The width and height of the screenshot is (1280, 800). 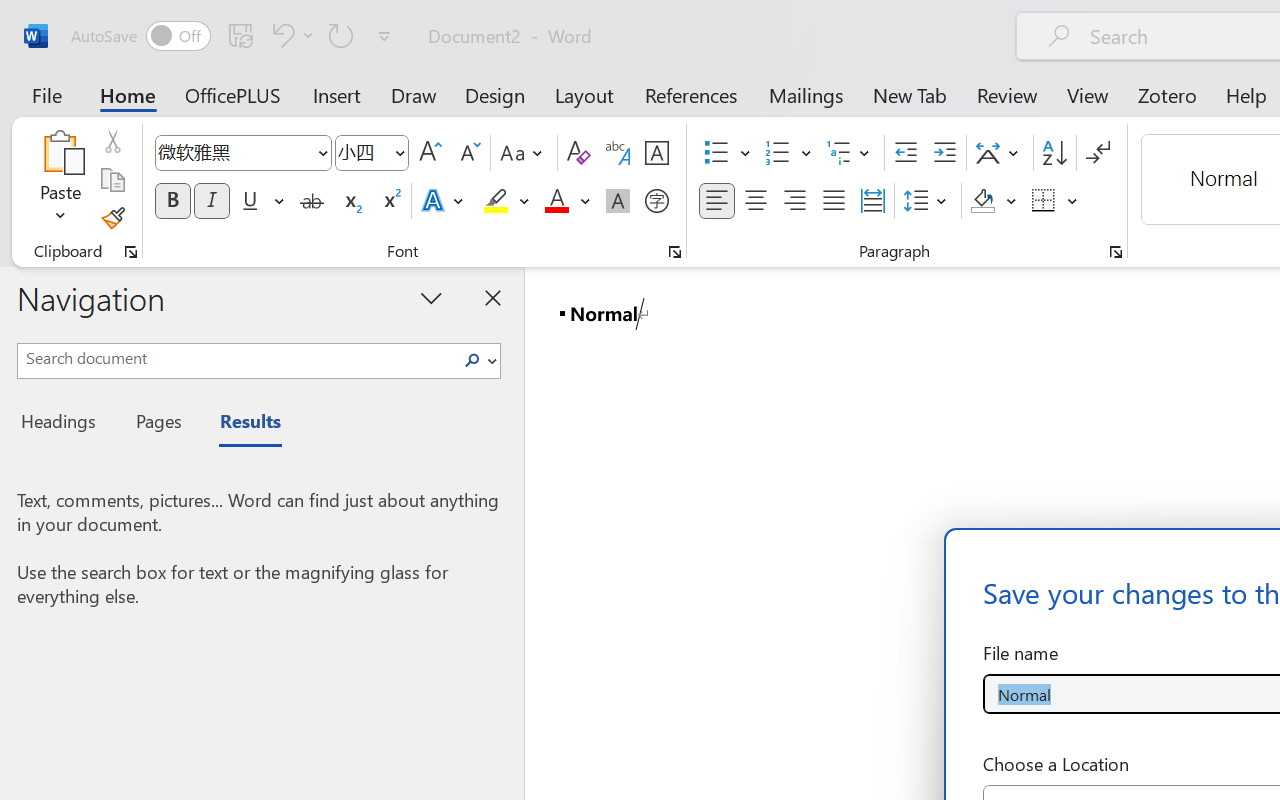 I want to click on 'Review', so click(x=1007, y=94).